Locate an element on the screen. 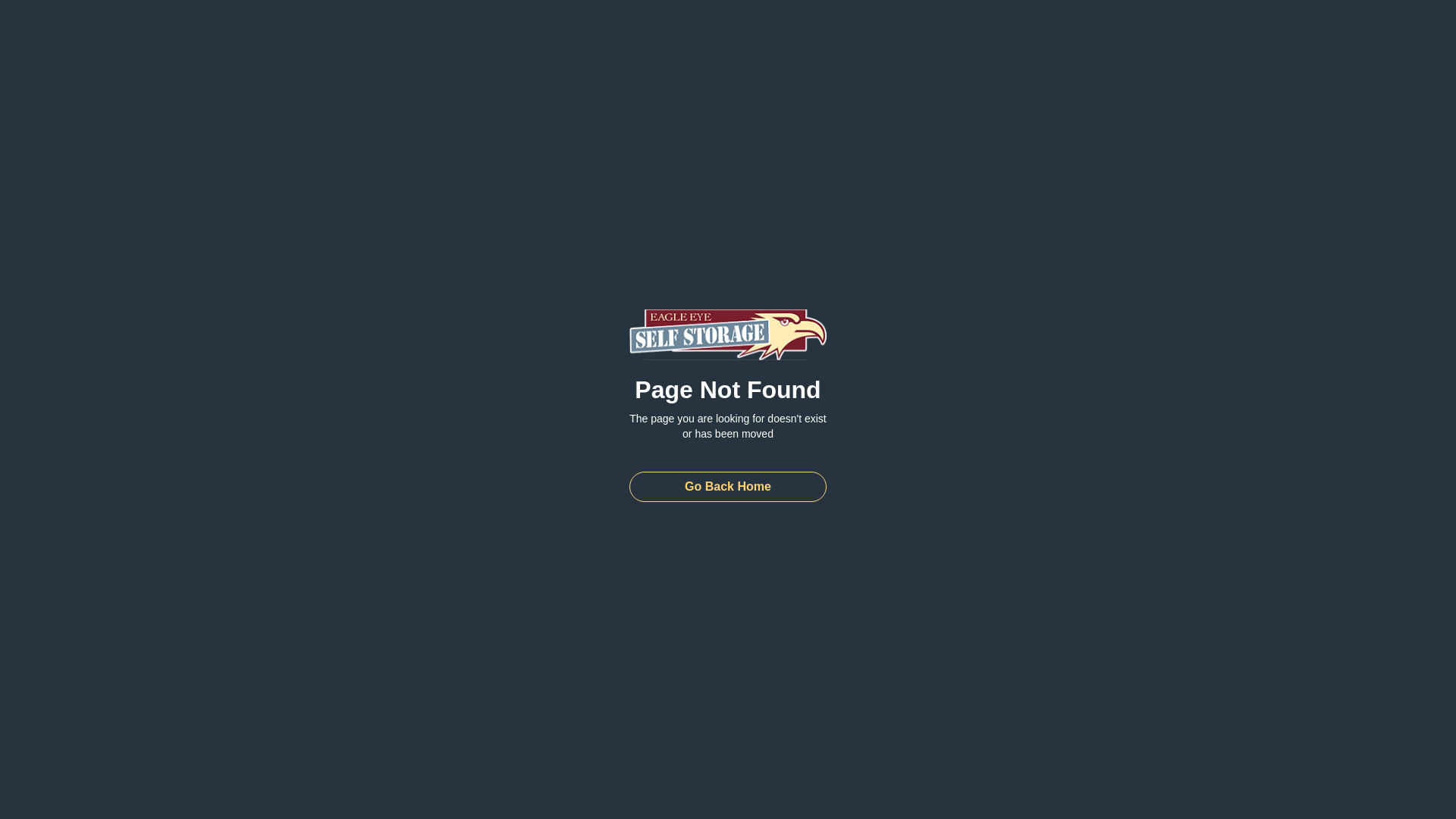  'Go Back Home' is located at coordinates (728, 486).